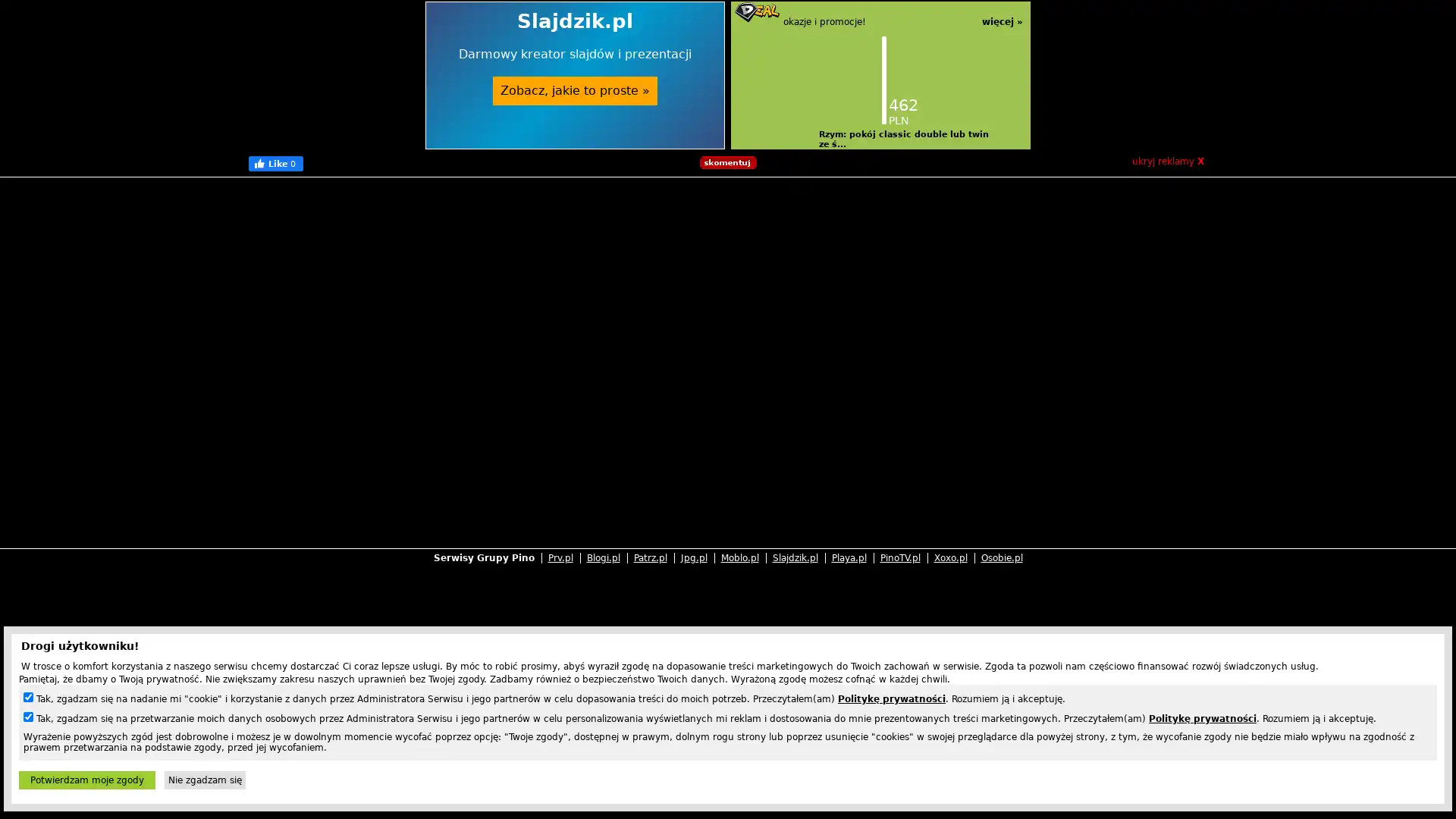 The height and width of the screenshot is (819, 1456). What do you see at coordinates (86, 780) in the screenshot?
I see `Potwierdzam moje zgody` at bounding box center [86, 780].